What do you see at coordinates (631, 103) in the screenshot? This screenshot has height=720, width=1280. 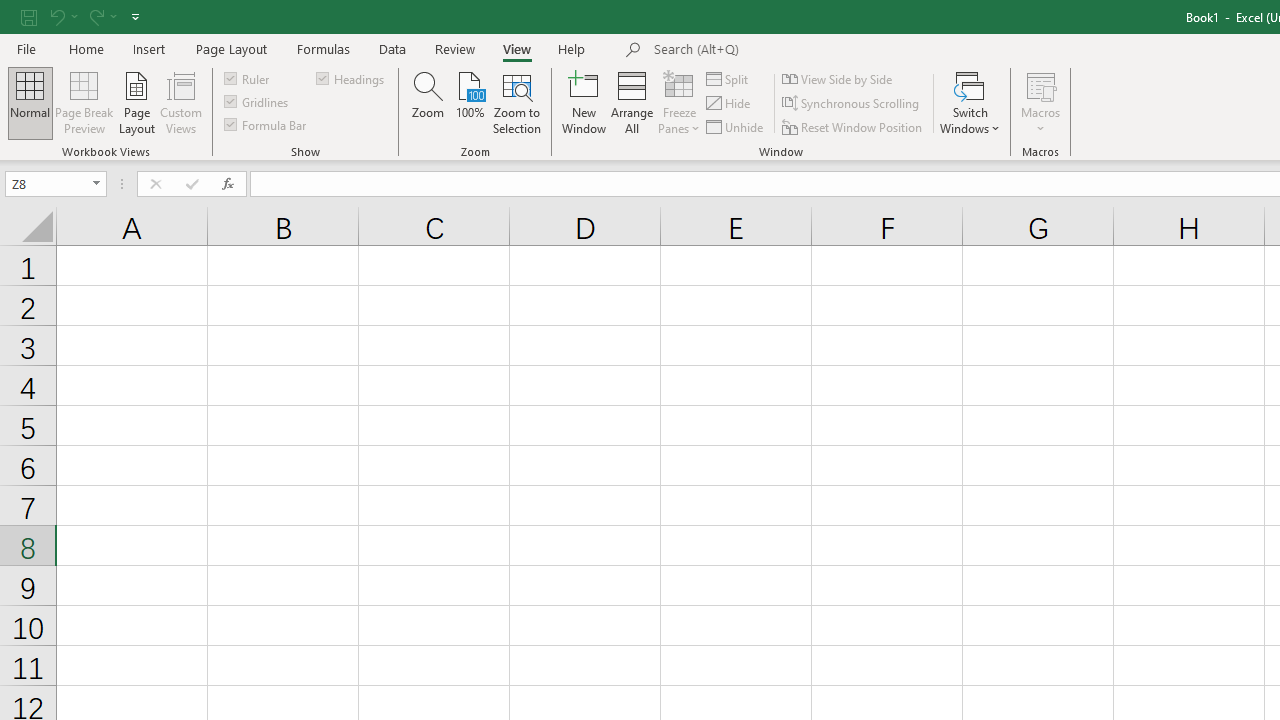 I see `'Arrange All'` at bounding box center [631, 103].